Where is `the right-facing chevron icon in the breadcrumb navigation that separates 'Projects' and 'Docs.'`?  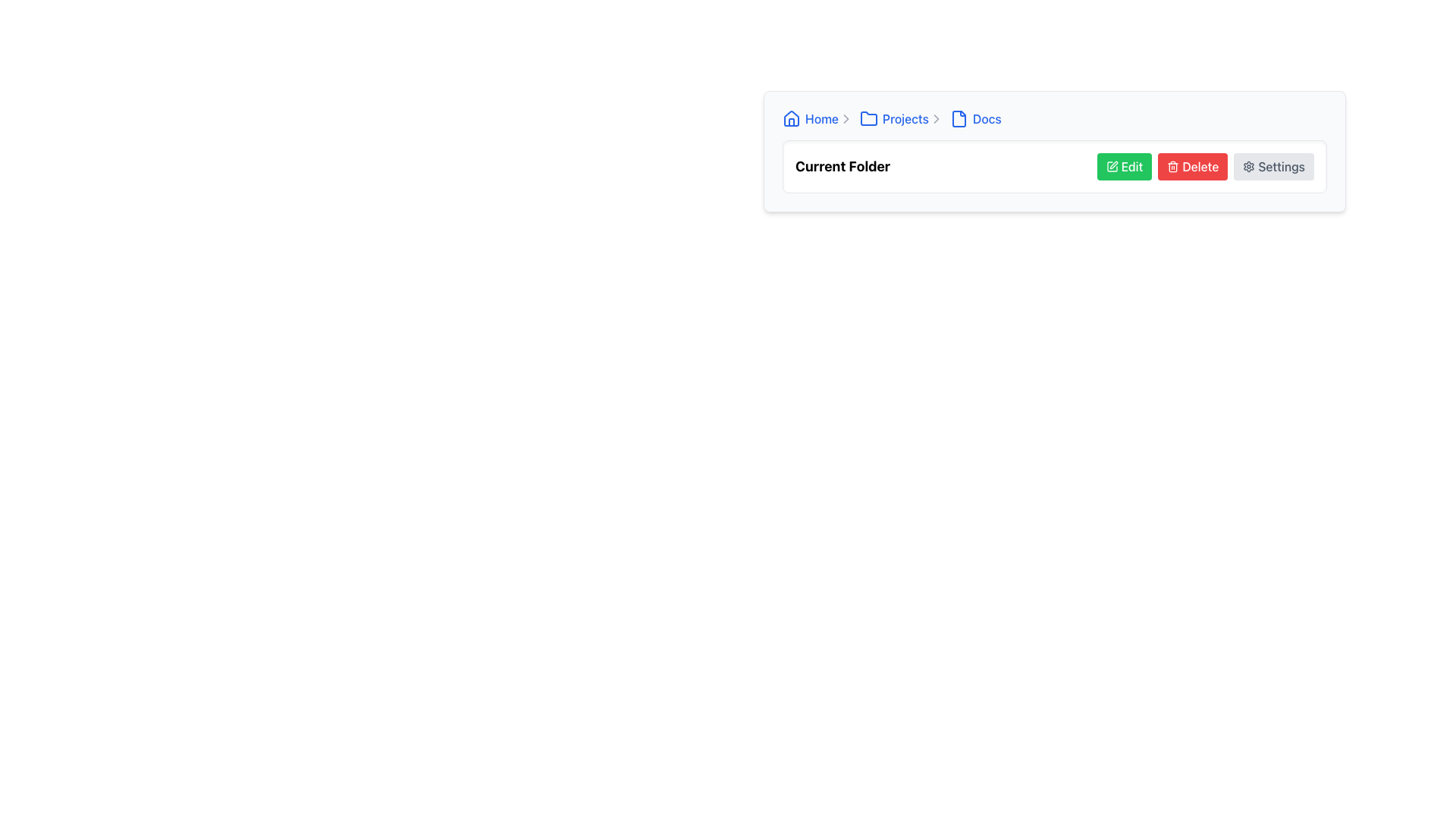
the right-facing chevron icon in the breadcrumb navigation that separates 'Projects' and 'Docs.' is located at coordinates (935, 118).